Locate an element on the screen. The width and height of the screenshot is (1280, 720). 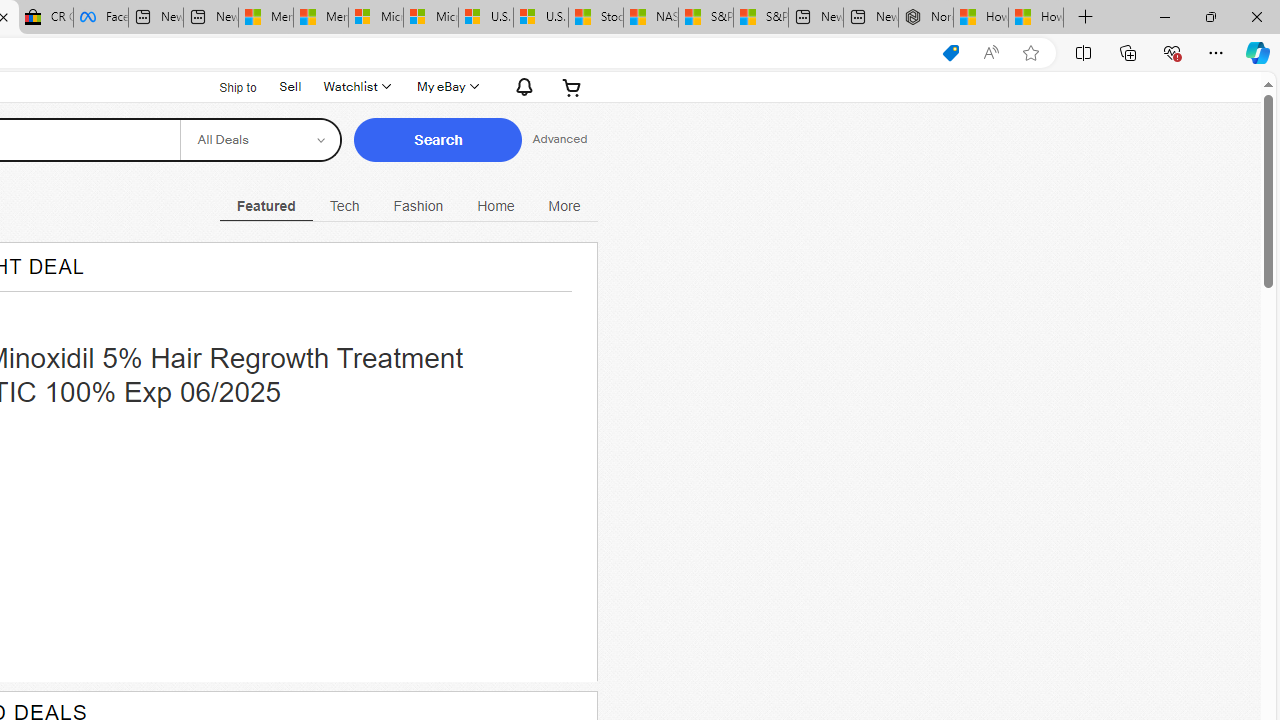
'Class: navigation-desktop-with-flyout open-left' is located at coordinates (563, 203).